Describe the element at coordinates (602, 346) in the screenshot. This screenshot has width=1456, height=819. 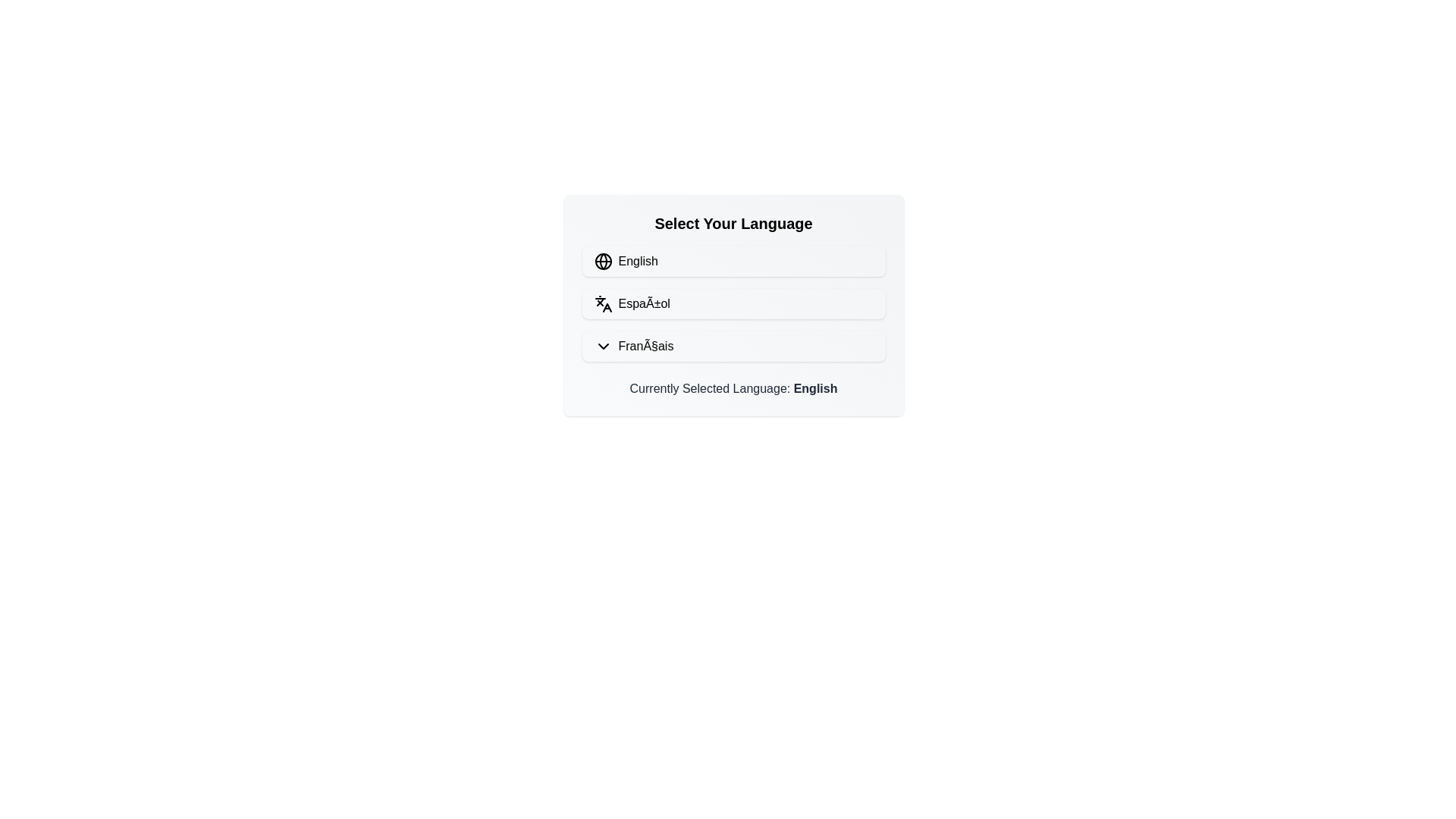
I see `the downward-pointing chevron icon located to the left of the text 'Français'` at that location.